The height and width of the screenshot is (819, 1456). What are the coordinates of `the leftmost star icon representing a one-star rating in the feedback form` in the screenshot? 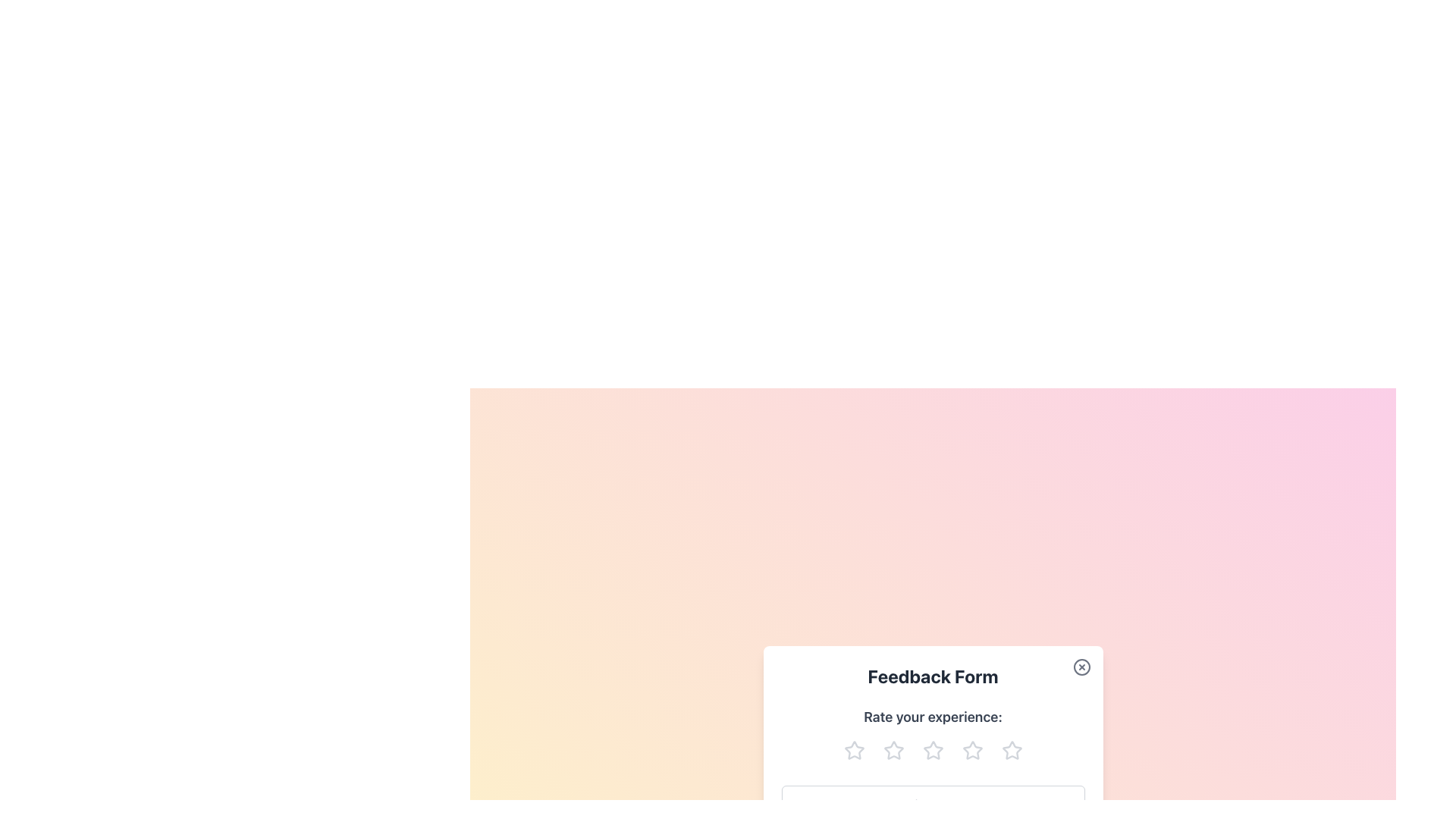 It's located at (854, 749).